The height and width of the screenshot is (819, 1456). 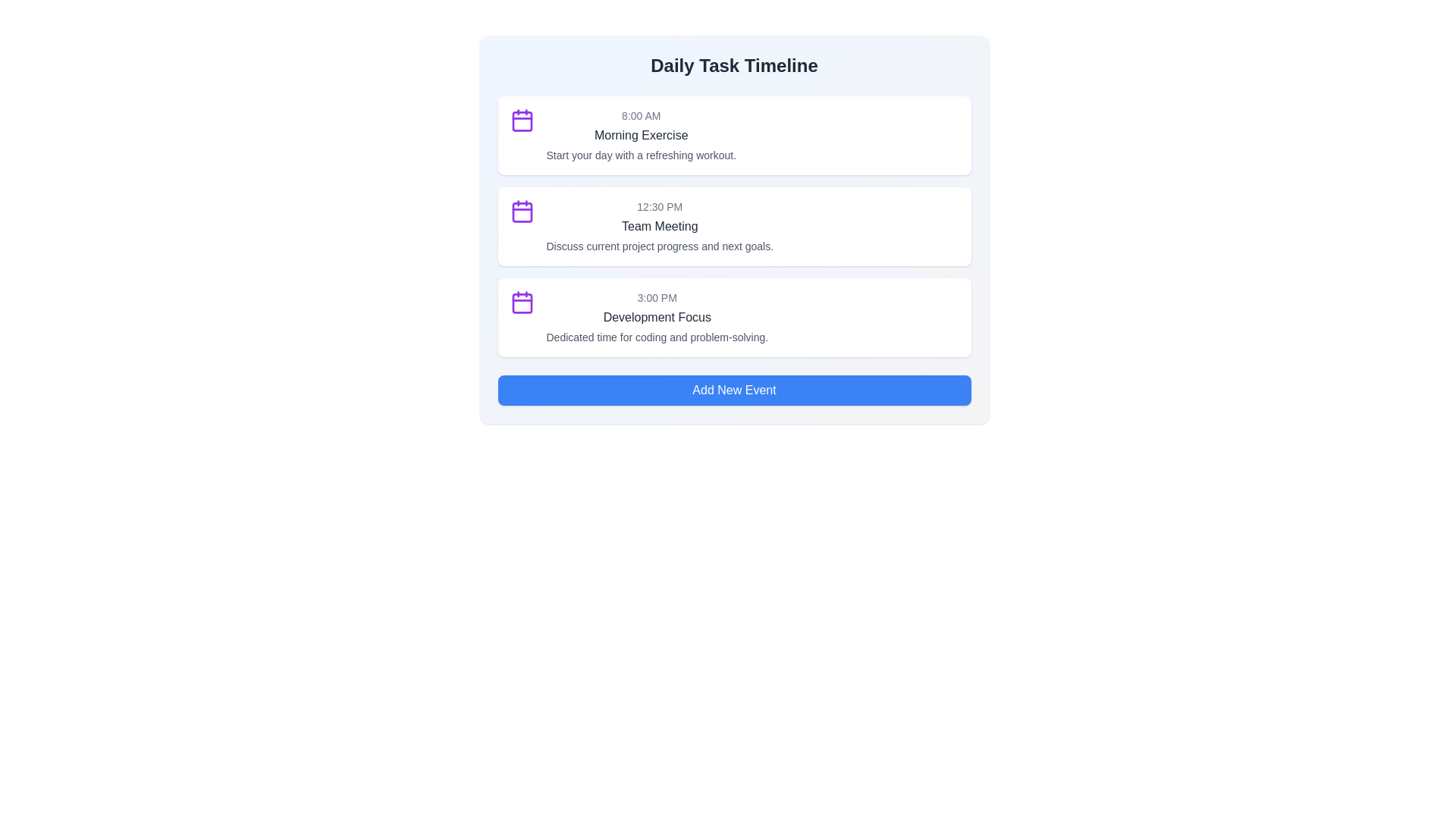 What do you see at coordinates (522, 212) in the screenshot?
I see `the purple rectangular icon with rounded corners, which is part of the calendar icon at the start of the second task in the timeline list` at bounding box center [522, 212].